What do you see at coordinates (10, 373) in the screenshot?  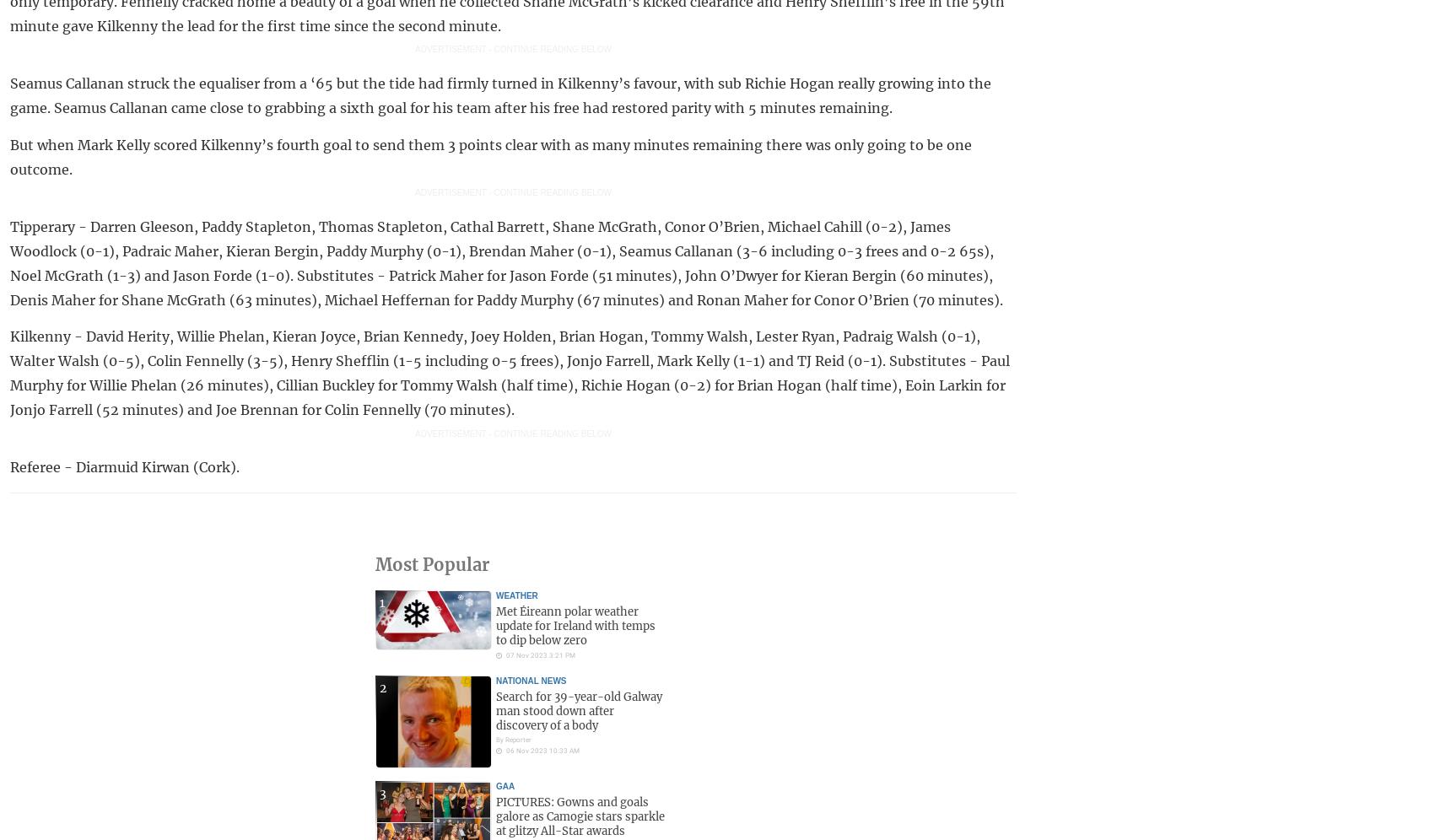 I see `'Kilkenny - David Herity, Willie Phelan, Kieran Joyce, Brian Kennedy, Joey Holden, Brian Hogan, Tommy Walsh, Lester Ryan, Padraig Walsh (0-1), Walter Walsh (0-5), Colin Fennelly (3-5), Henry Shefflin (1-5 including 0-5 frees), Jonjo Farrell, Mark Kelly (1-1) and TJ Reid (0-1). Substitutes - Paul Murphy for Willie Phelan (26 minutes), Cillian Buckley for Tommy Walsh (half time), Richie Hogan (0-2) for Brian Hogan (half time), Eoin Larkin for Jonjo Farrell (52 minutes) and Joe Brennan for Colin Fennelly (70 minutes).'` at bounding box center [10, 373].